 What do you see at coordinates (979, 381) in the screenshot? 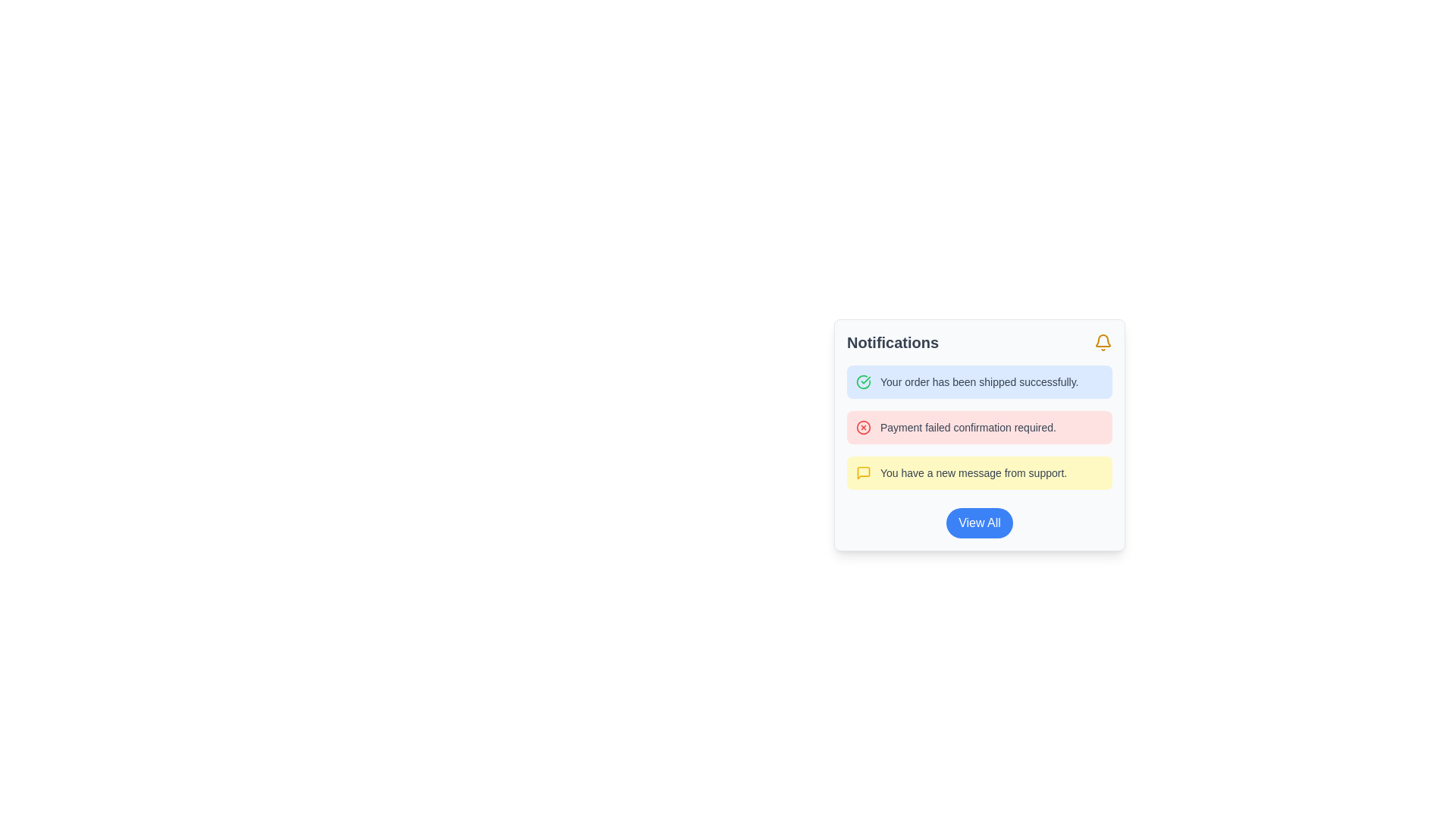
I see `the notification text label indicating that the user's order has been shipped successfully, which is located in a highlighted notification card at the top of the notification list` at bounding box center [979, 381].